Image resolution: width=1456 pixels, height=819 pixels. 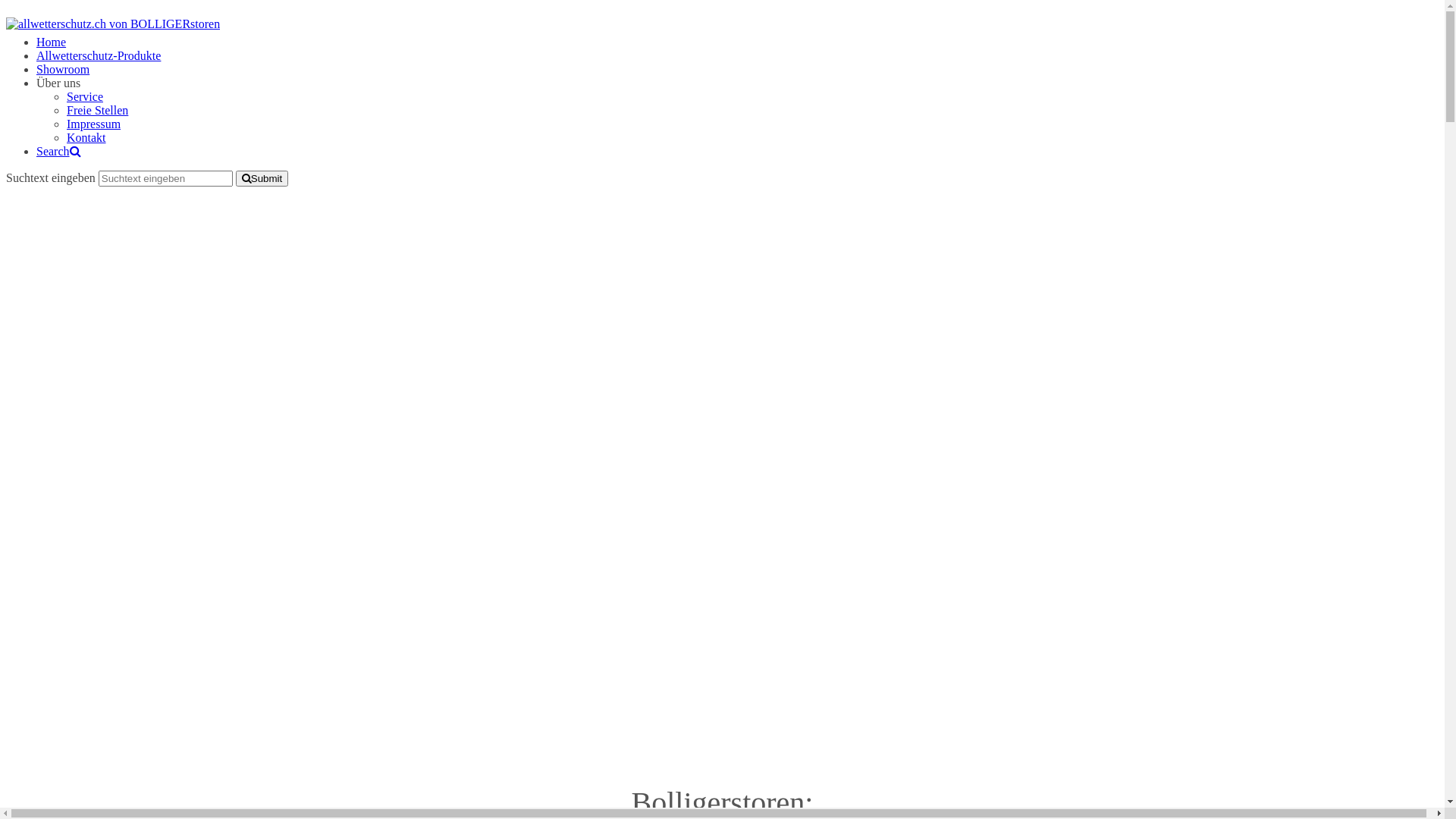 I want to click on 'Search', so click(x=58, y=151).